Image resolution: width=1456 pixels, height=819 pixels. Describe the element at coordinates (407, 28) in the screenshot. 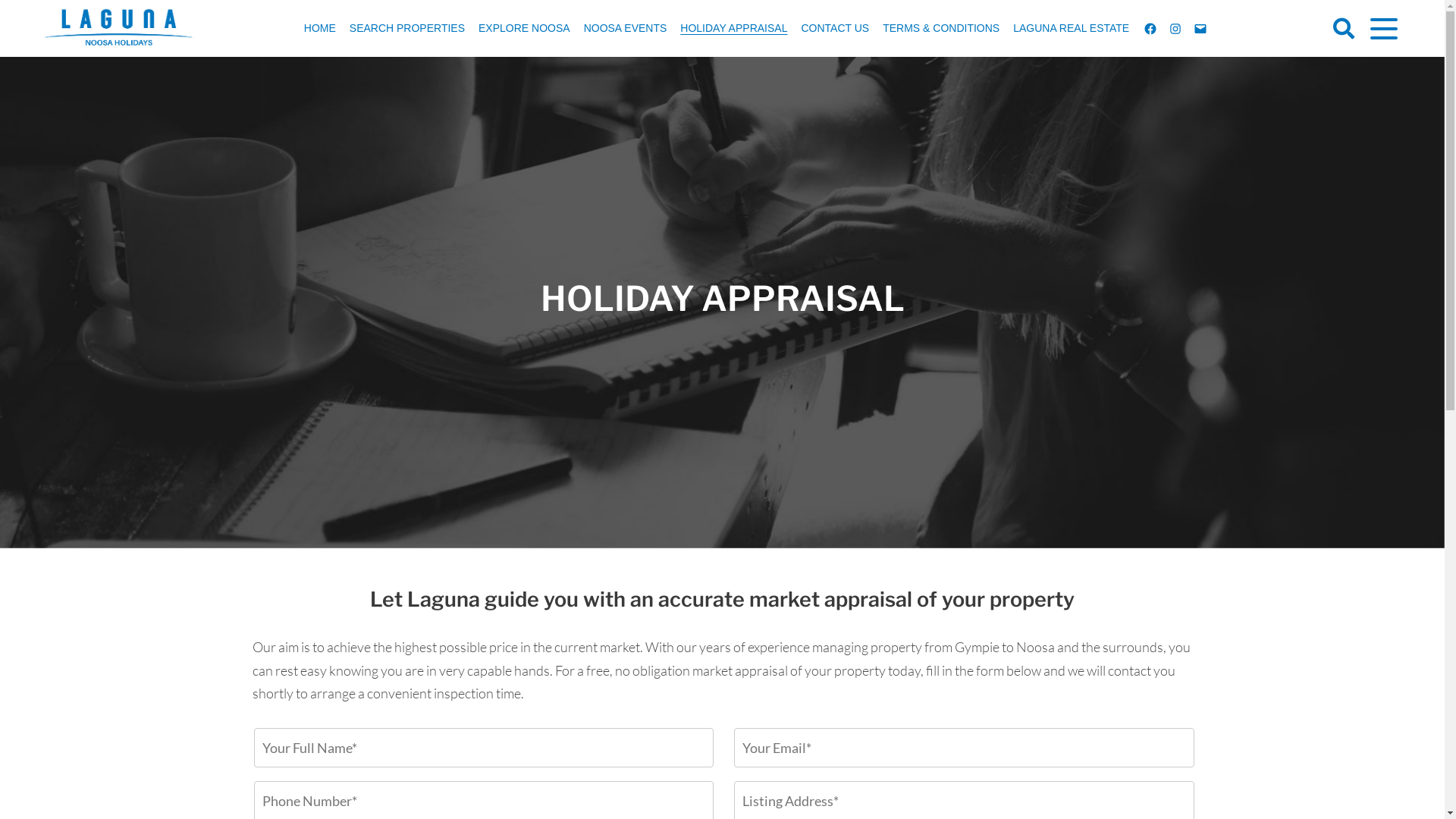

I see `'SEARCH PROPERTIES'` at that location.